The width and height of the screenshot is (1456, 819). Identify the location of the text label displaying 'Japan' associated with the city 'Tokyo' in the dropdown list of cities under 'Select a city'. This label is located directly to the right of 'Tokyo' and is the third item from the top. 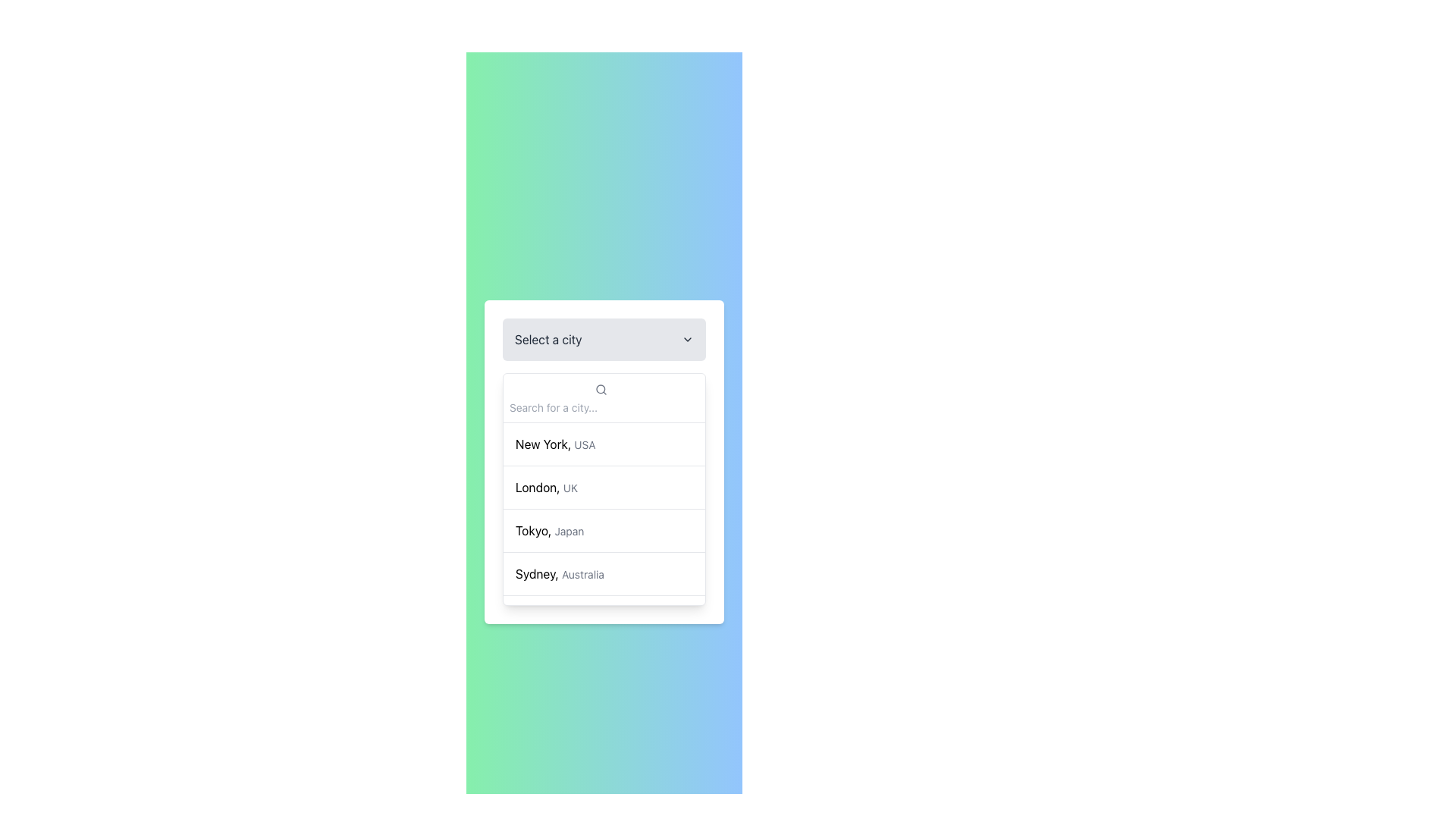
(568, 529).